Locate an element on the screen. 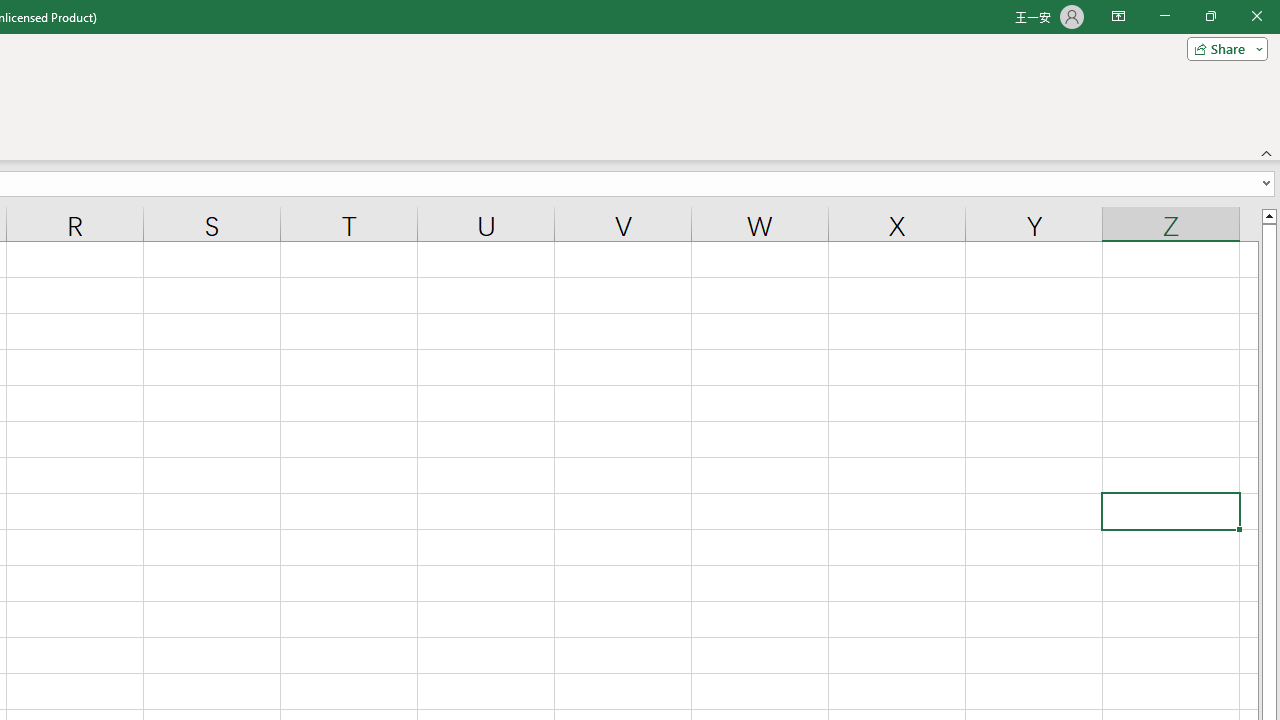  'Restore Down' is located at coordinates (1209, 16).